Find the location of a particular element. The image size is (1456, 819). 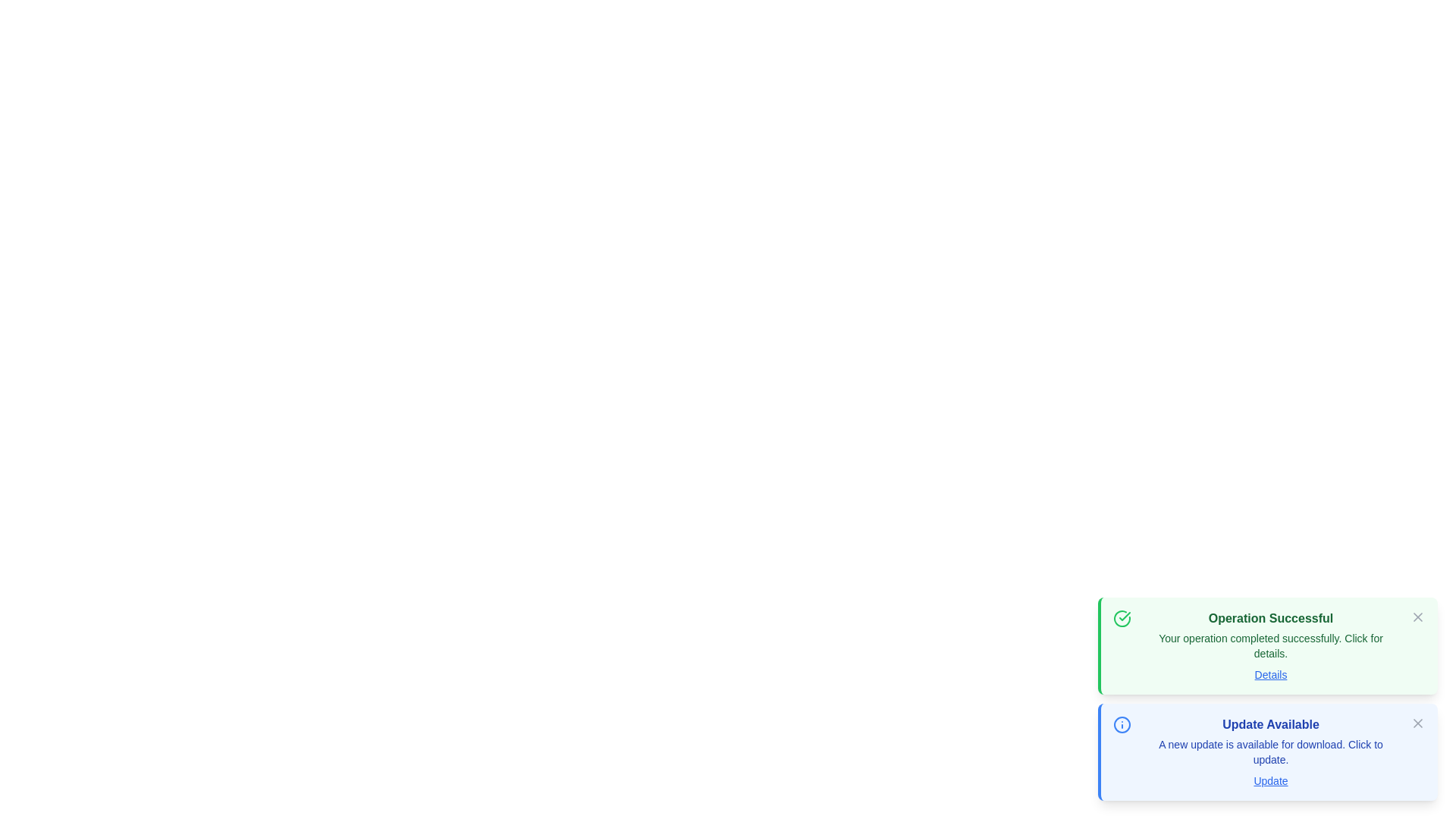

the informational icon indicating an update available, which is positioned to the left of the text content within the notification box labeled 'Update Available' is located at coordinates (1122, 724).